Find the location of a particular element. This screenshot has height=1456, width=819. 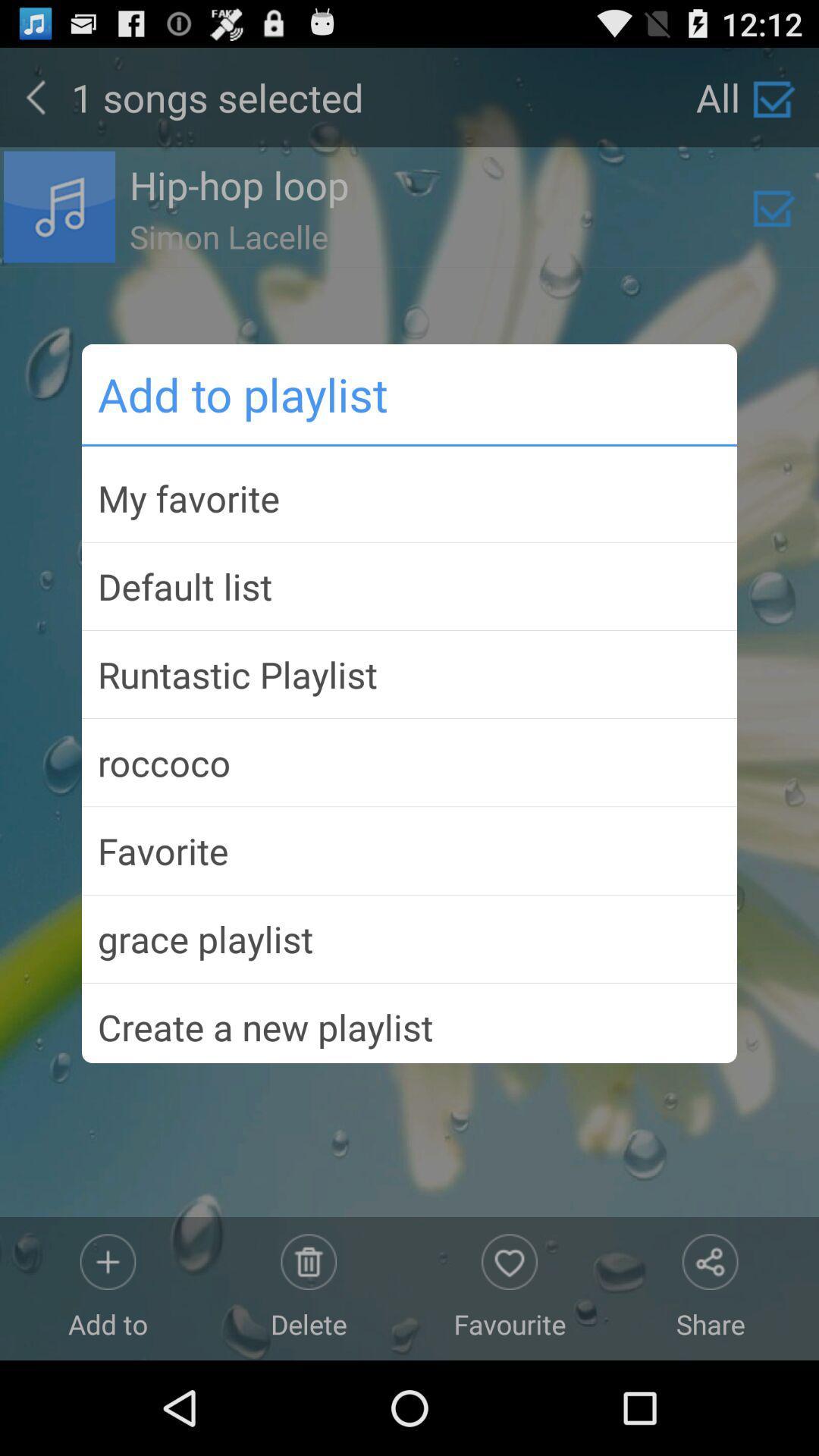

create a new app is located at coordinates (409, 1021).